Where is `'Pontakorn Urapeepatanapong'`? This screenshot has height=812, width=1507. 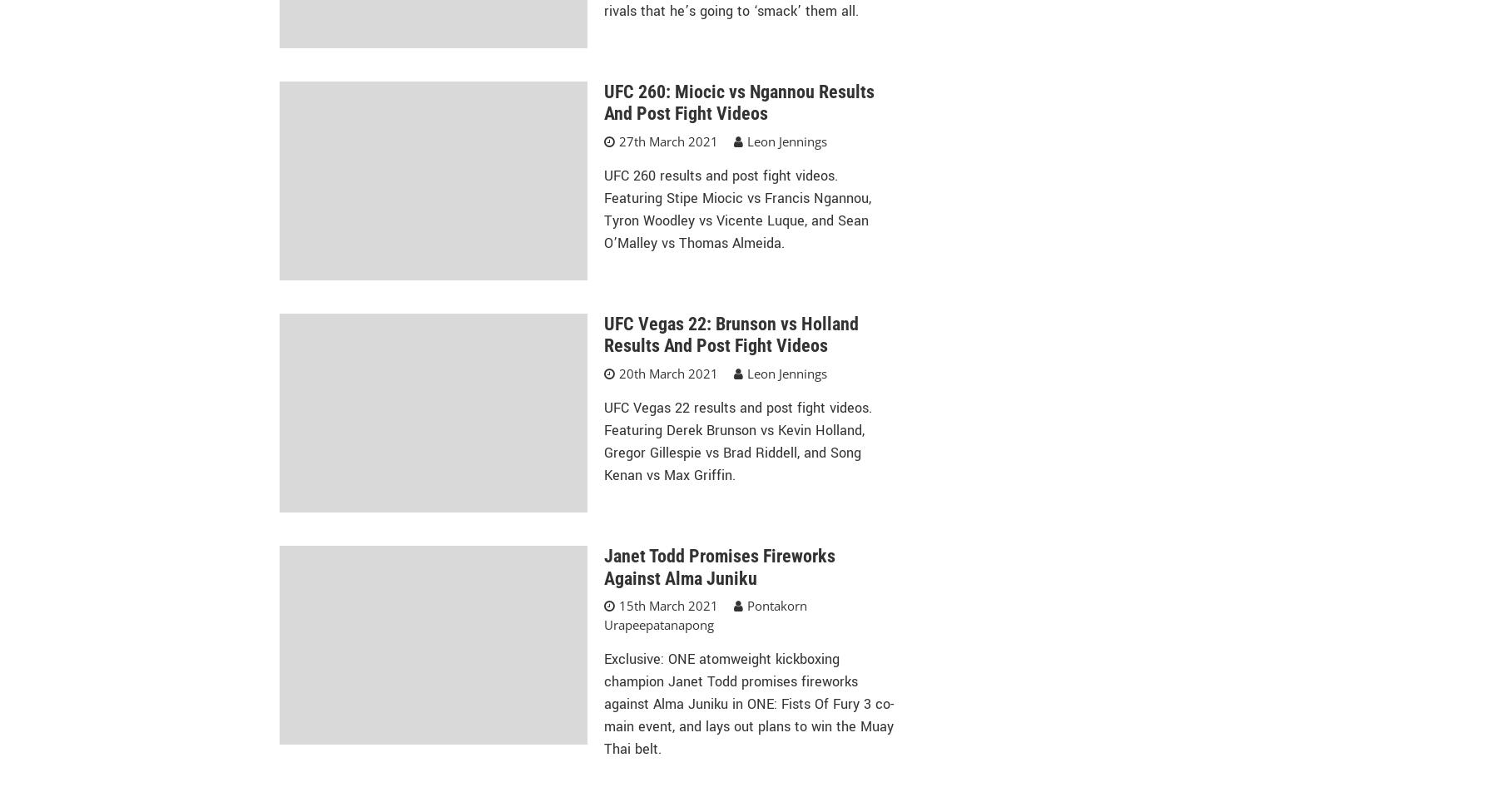
'Pontakorn Urapeepatanapong' is located at coordinates (705, 615).